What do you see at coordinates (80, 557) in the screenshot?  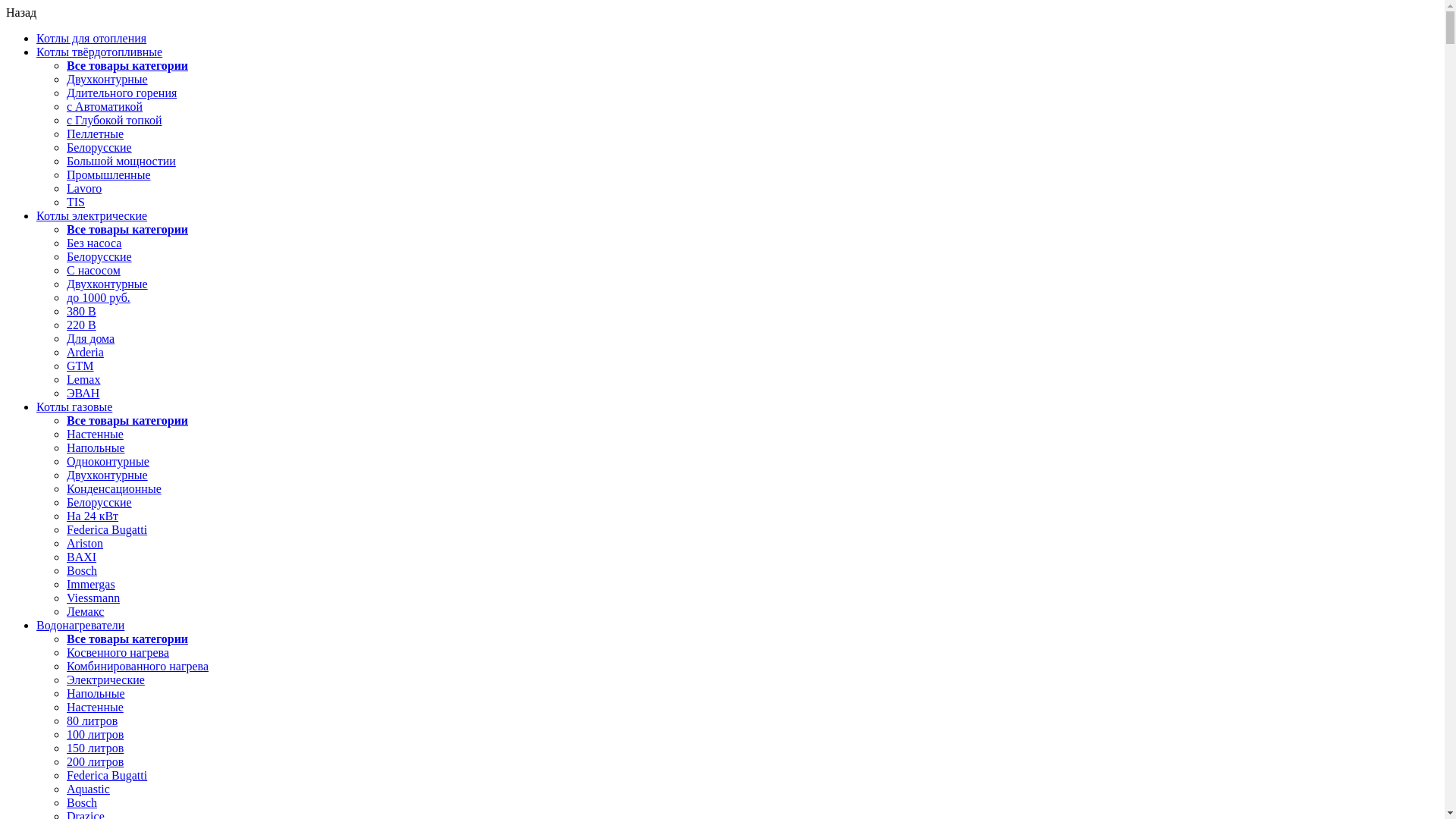 I see `'BAXI'` at bounding box center [80, 557].